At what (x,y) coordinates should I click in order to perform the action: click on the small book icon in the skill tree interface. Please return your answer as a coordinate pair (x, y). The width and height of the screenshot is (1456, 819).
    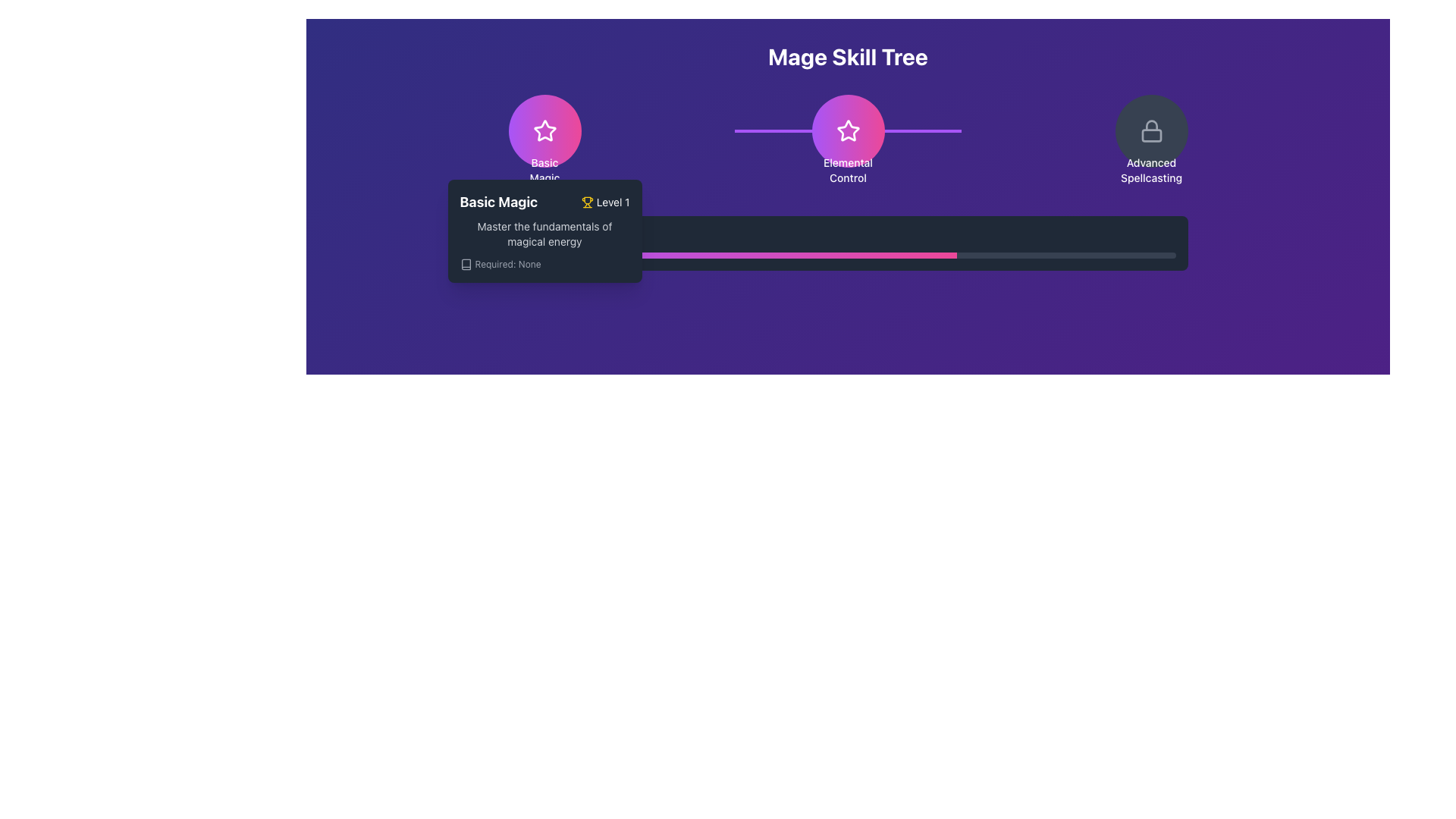
    Looking at the image, I should click on (465, 263).